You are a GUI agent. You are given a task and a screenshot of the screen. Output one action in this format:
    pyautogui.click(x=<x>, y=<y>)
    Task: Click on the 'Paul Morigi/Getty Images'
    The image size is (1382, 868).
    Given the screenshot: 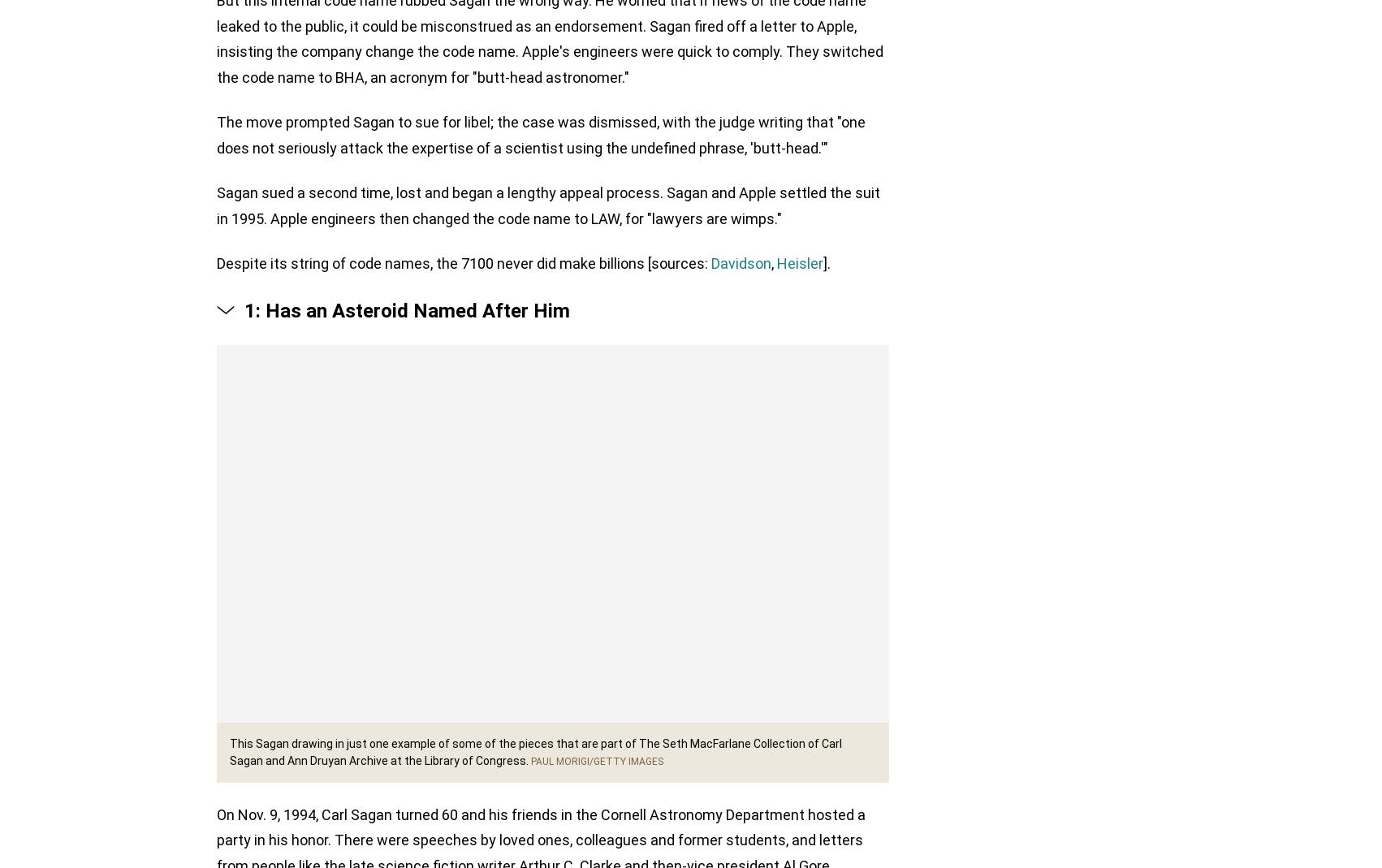 What is the action you would take?
    pyautogui.click(x=596, y=763)
    